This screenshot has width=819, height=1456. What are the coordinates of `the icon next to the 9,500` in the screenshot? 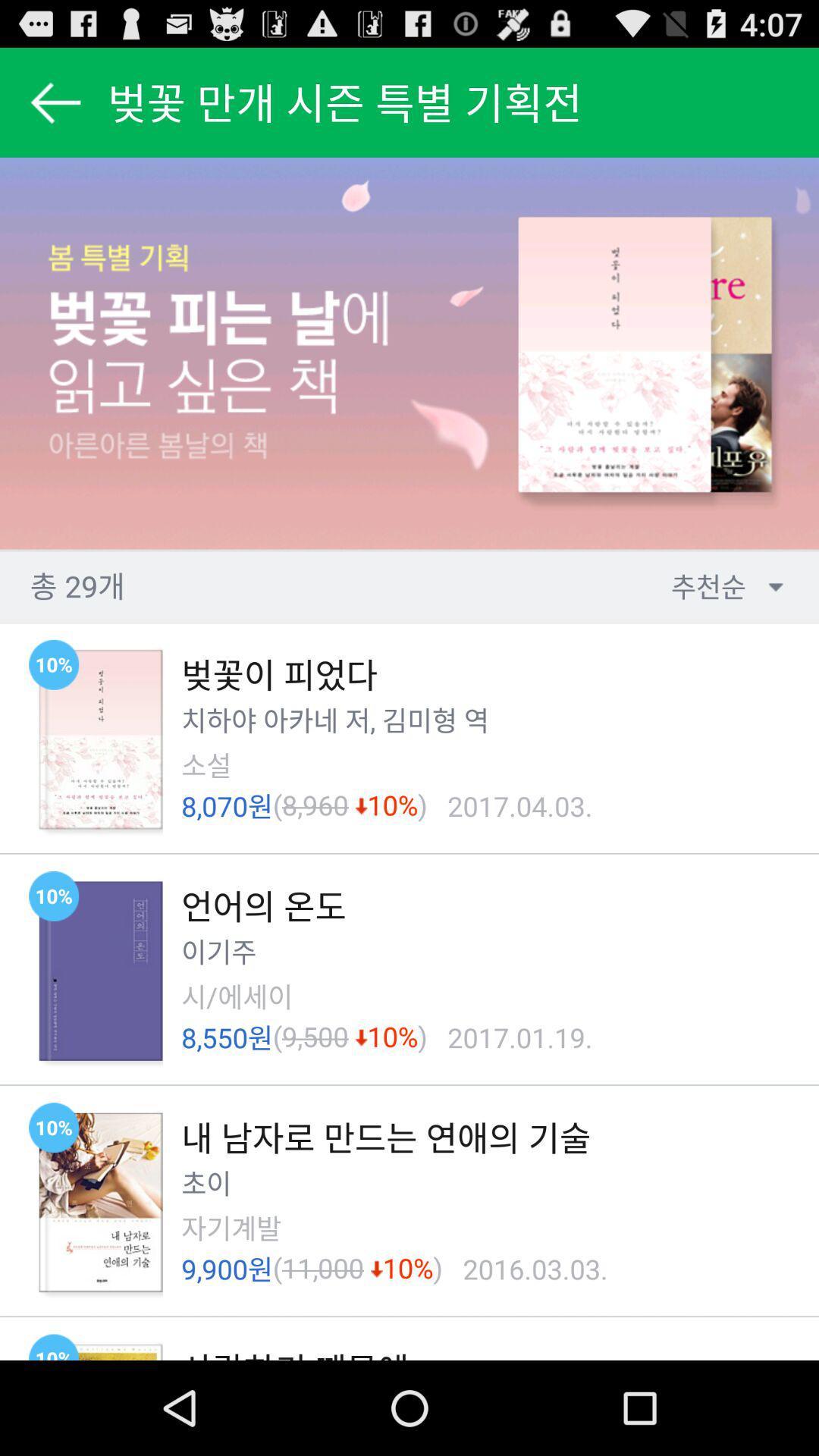 It's located at (278, 1037).